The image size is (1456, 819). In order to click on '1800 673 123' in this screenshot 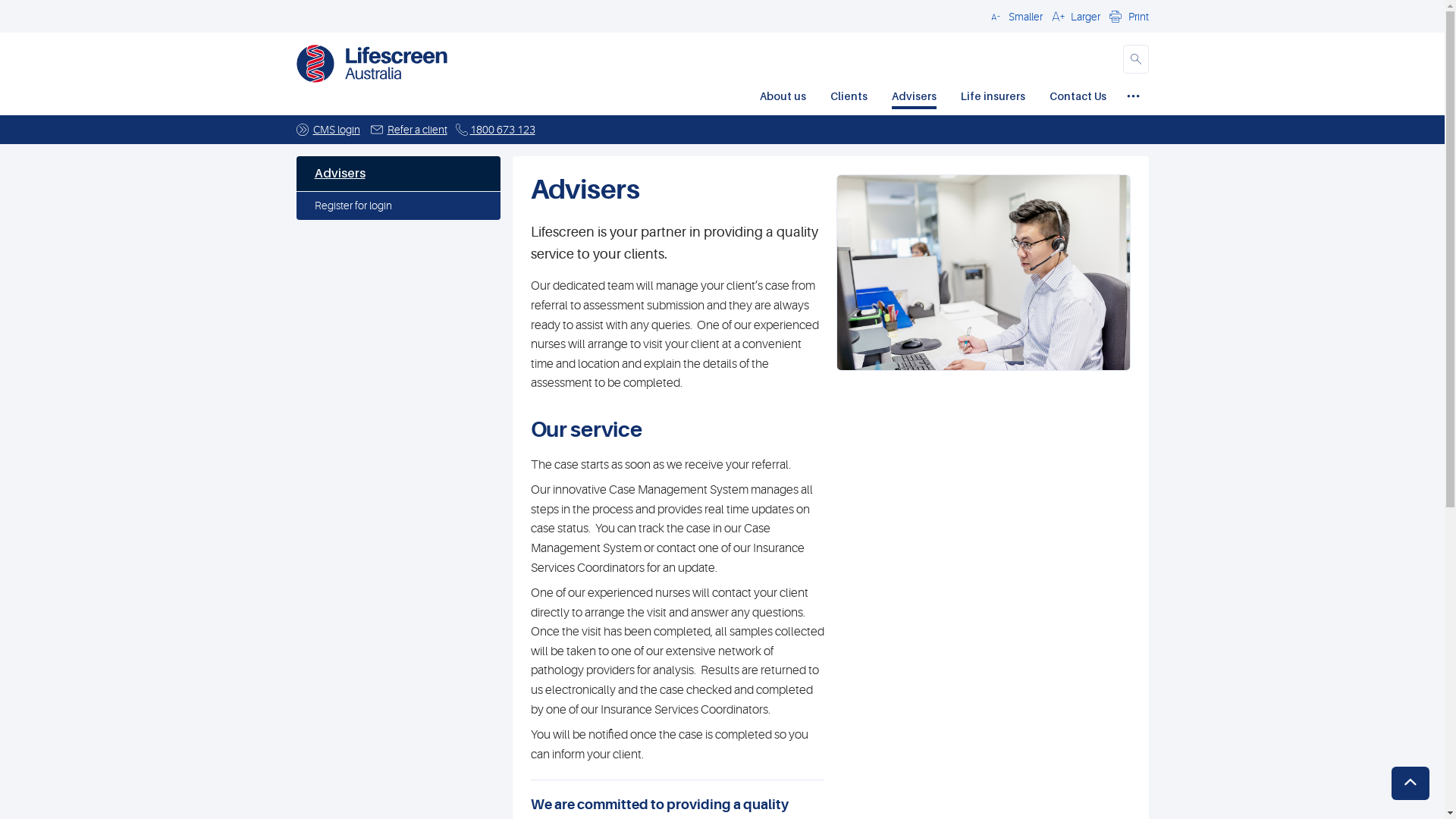, I will do `click(502, 128)`.